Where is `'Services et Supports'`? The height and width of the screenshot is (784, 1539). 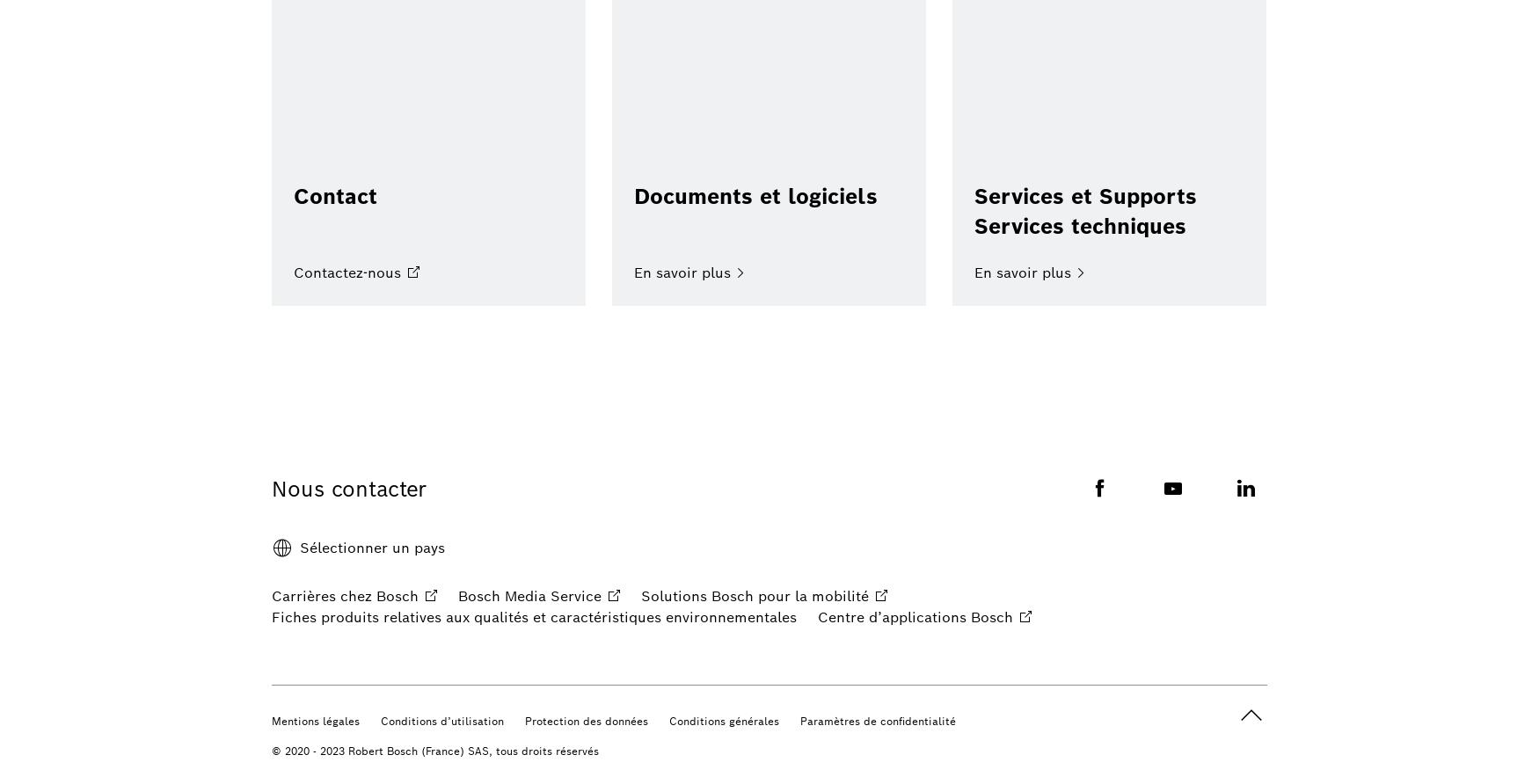
'Services et Supports' is located at coordinates (1084, 196).